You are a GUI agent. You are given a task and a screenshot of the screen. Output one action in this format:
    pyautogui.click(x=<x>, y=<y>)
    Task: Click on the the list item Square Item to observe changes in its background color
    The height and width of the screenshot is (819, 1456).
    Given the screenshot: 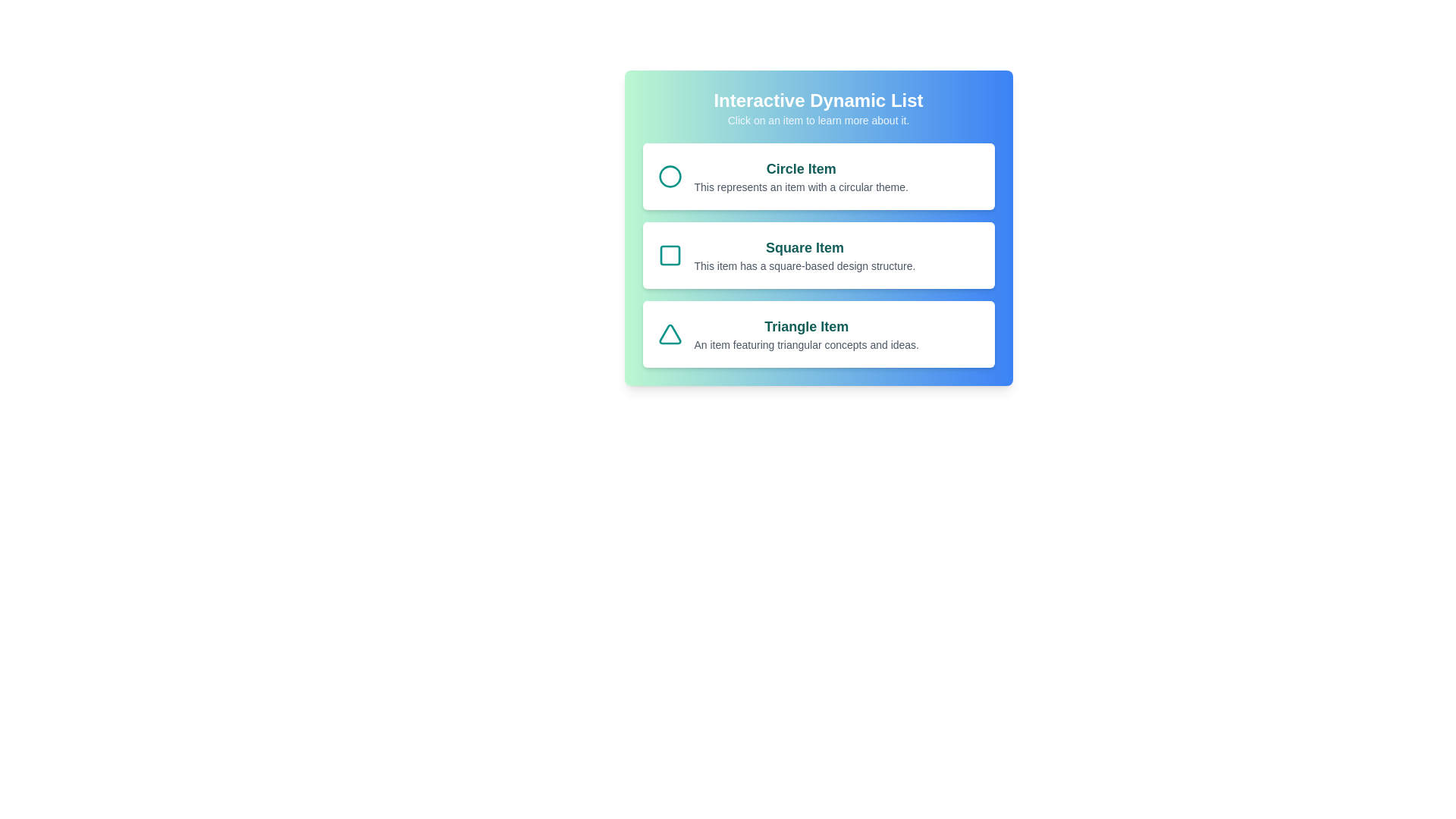 What is the action you would take?
    pyautogui.click(x=817, y=254)
    